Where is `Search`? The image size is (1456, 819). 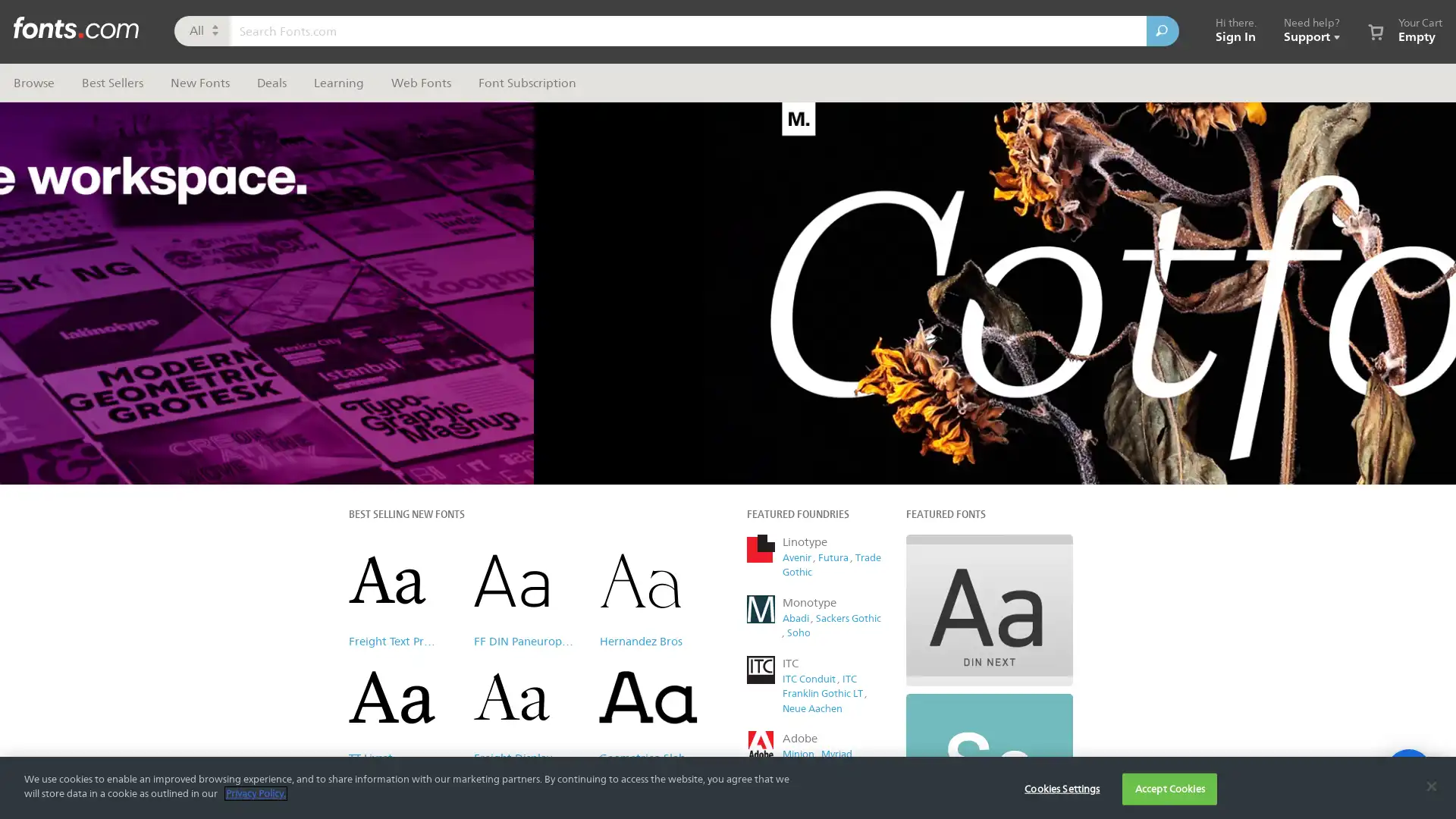 Search is located at coordinates (1162, 31).